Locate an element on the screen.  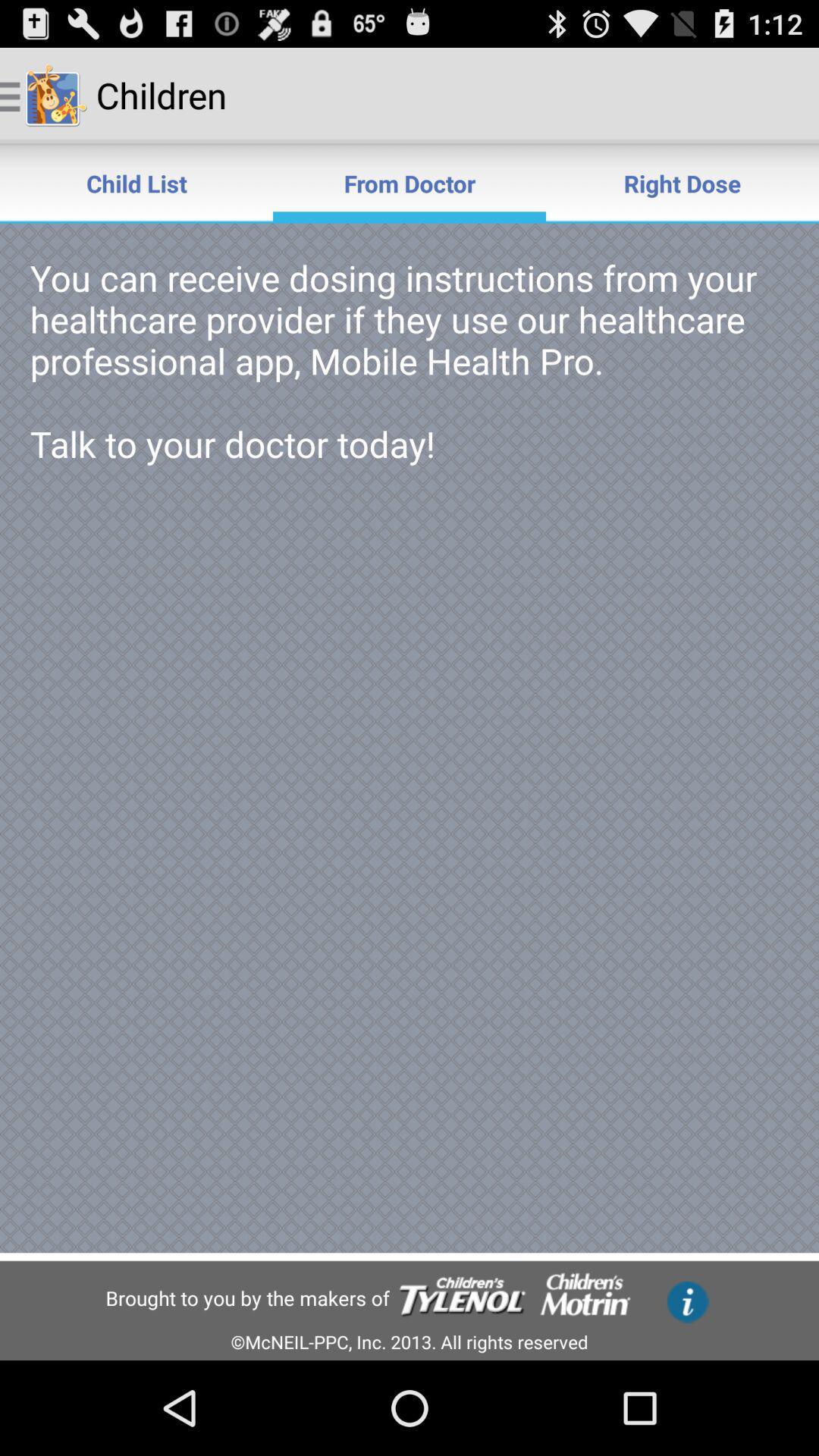
item to the right of the from doctor item is located at coordinates (681, 182).